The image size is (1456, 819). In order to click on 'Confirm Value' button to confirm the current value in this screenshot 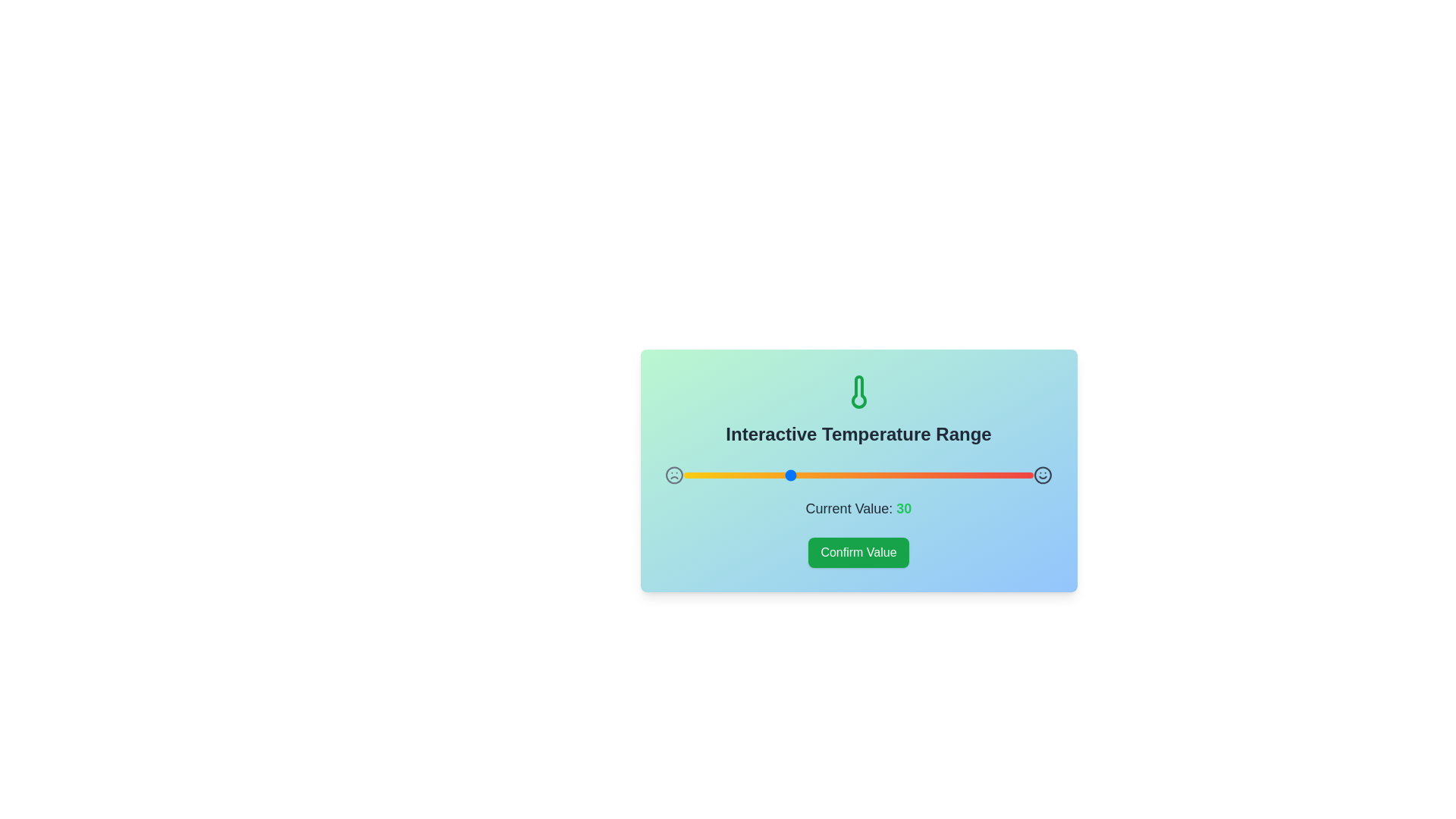, I will do `click(858, 553)`.